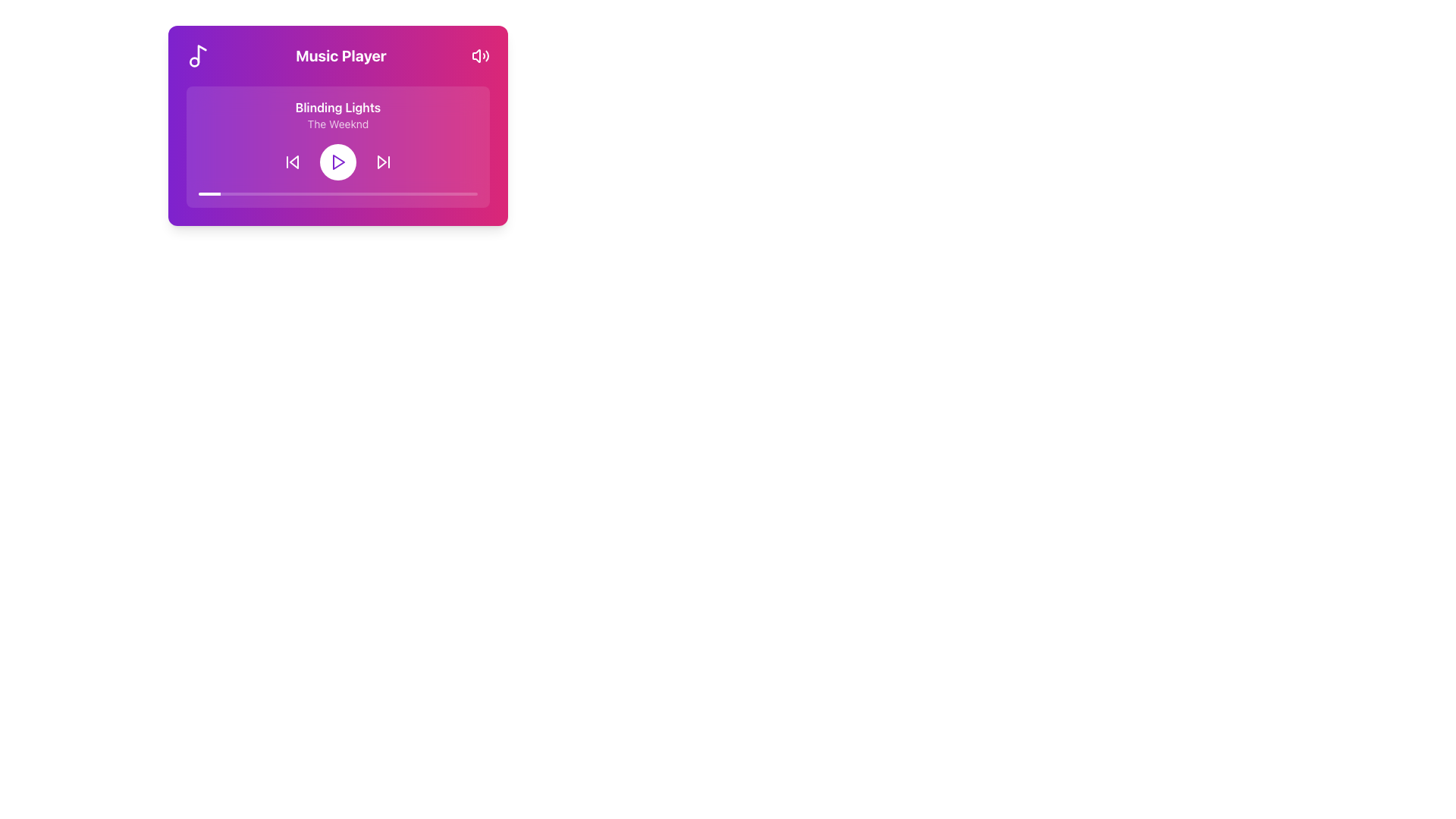  Describe the element at coordinates (383, 162) in the screenshot. I see `the third button from the right in the horizontal button group that skips to the next item in the playlist to change its appearance` at that location.